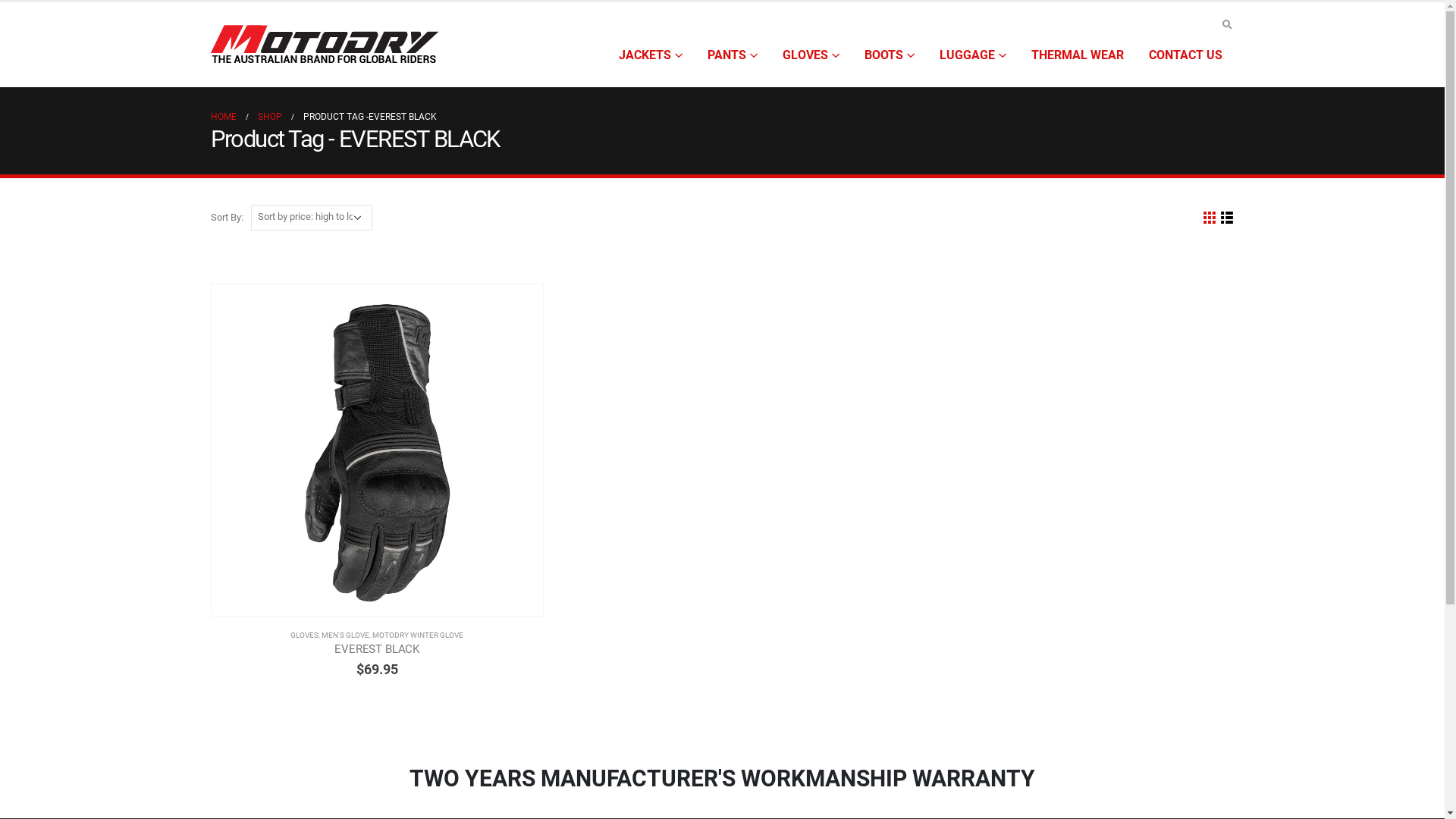 Image resolution: width=1456 pixels, height=819 pixels. What do you see at coordinates (1200, 218) in the screenshot?
I see `'Grid View'` at bounding box center [1200, 218].